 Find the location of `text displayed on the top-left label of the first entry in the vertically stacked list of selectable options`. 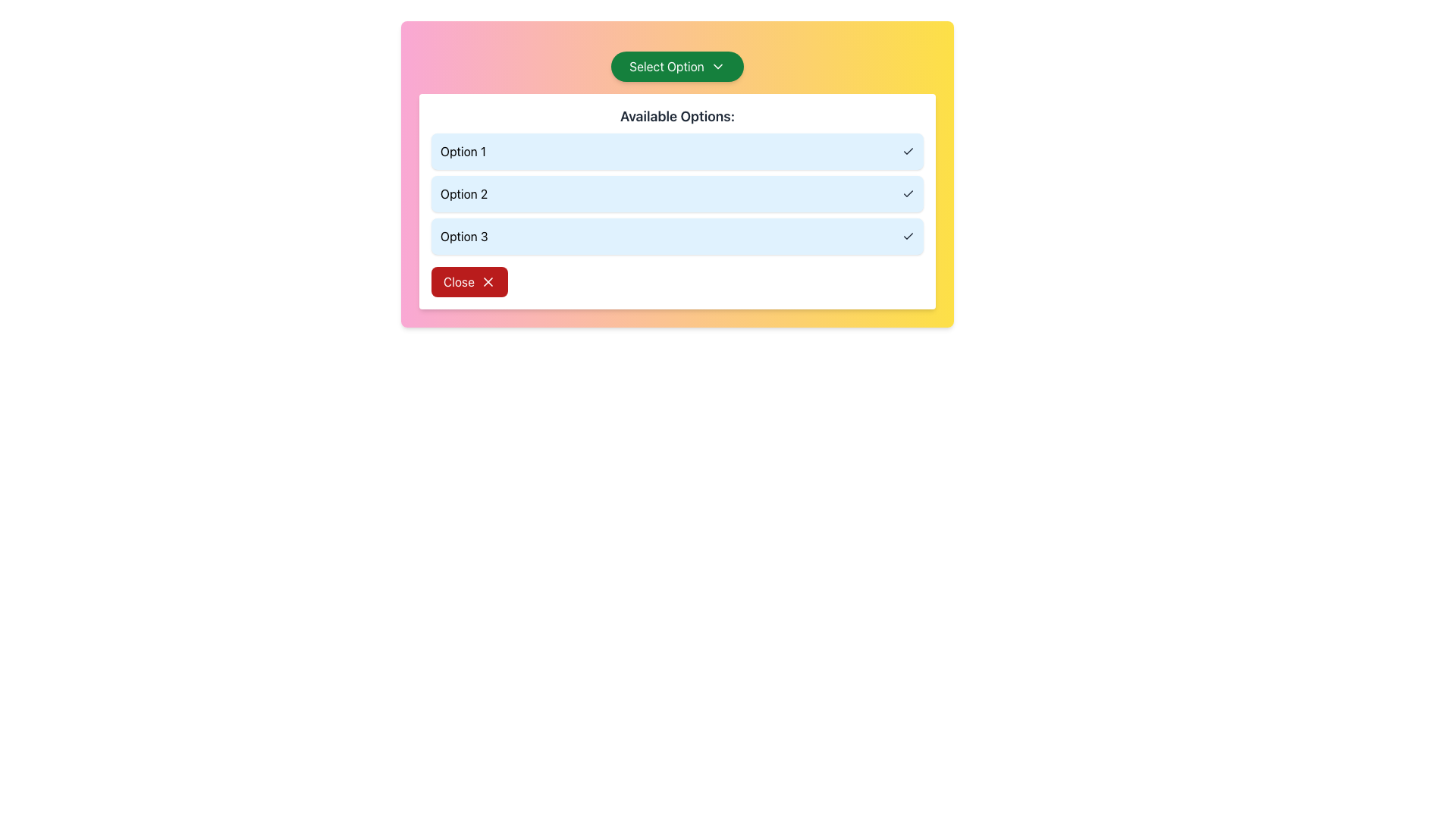

text displayed on the top-left label of the first entry in the vertically stacked list of selectable options is located at coordinates (463, 152).